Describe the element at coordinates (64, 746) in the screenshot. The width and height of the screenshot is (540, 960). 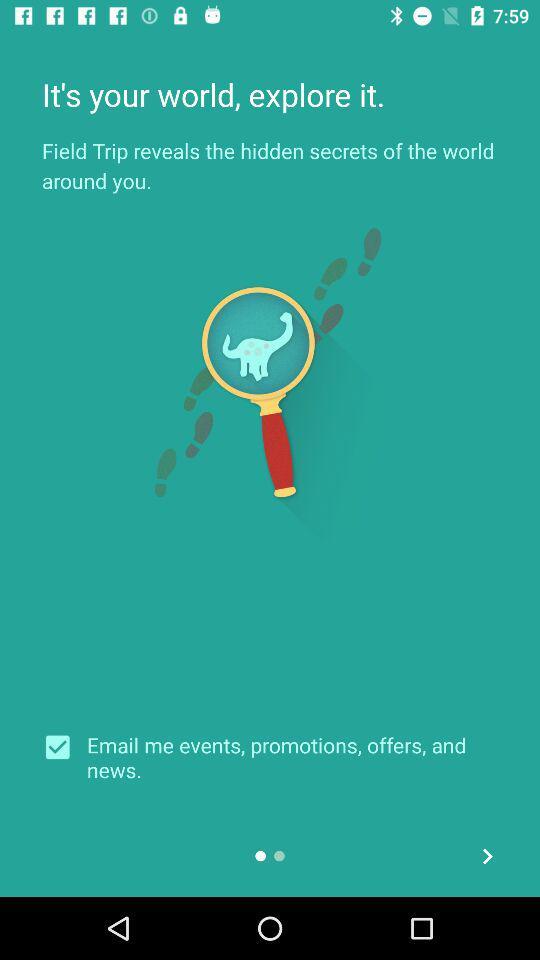
I see `get email spam` at that location.